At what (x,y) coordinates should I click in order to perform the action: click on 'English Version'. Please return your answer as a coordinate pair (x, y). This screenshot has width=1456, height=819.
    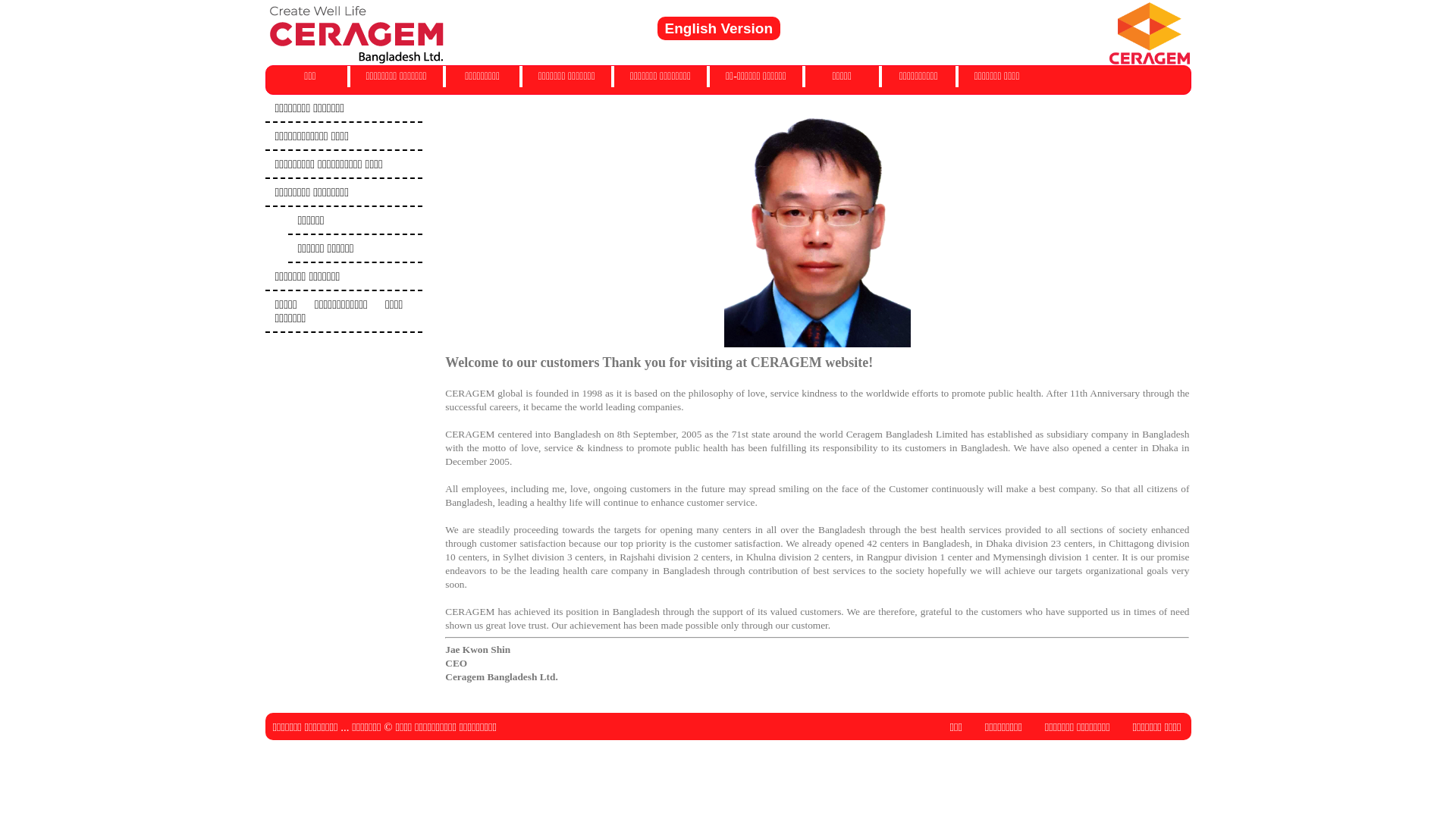
    Looking at the image, I should click on (656, 28).